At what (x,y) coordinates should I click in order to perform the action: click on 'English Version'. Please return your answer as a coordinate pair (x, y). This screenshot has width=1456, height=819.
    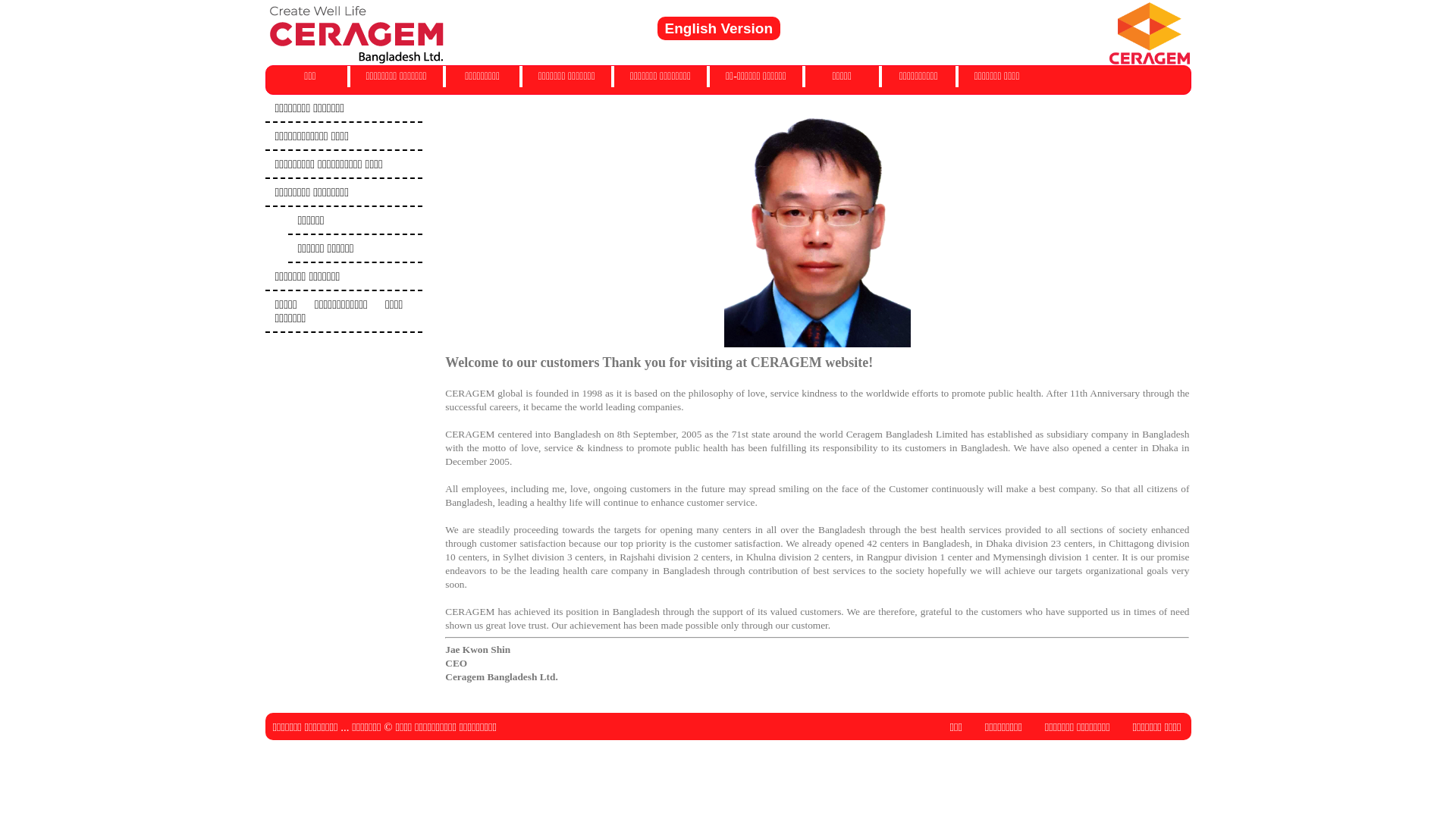
    Looking at the image, I should click on (656, 28).